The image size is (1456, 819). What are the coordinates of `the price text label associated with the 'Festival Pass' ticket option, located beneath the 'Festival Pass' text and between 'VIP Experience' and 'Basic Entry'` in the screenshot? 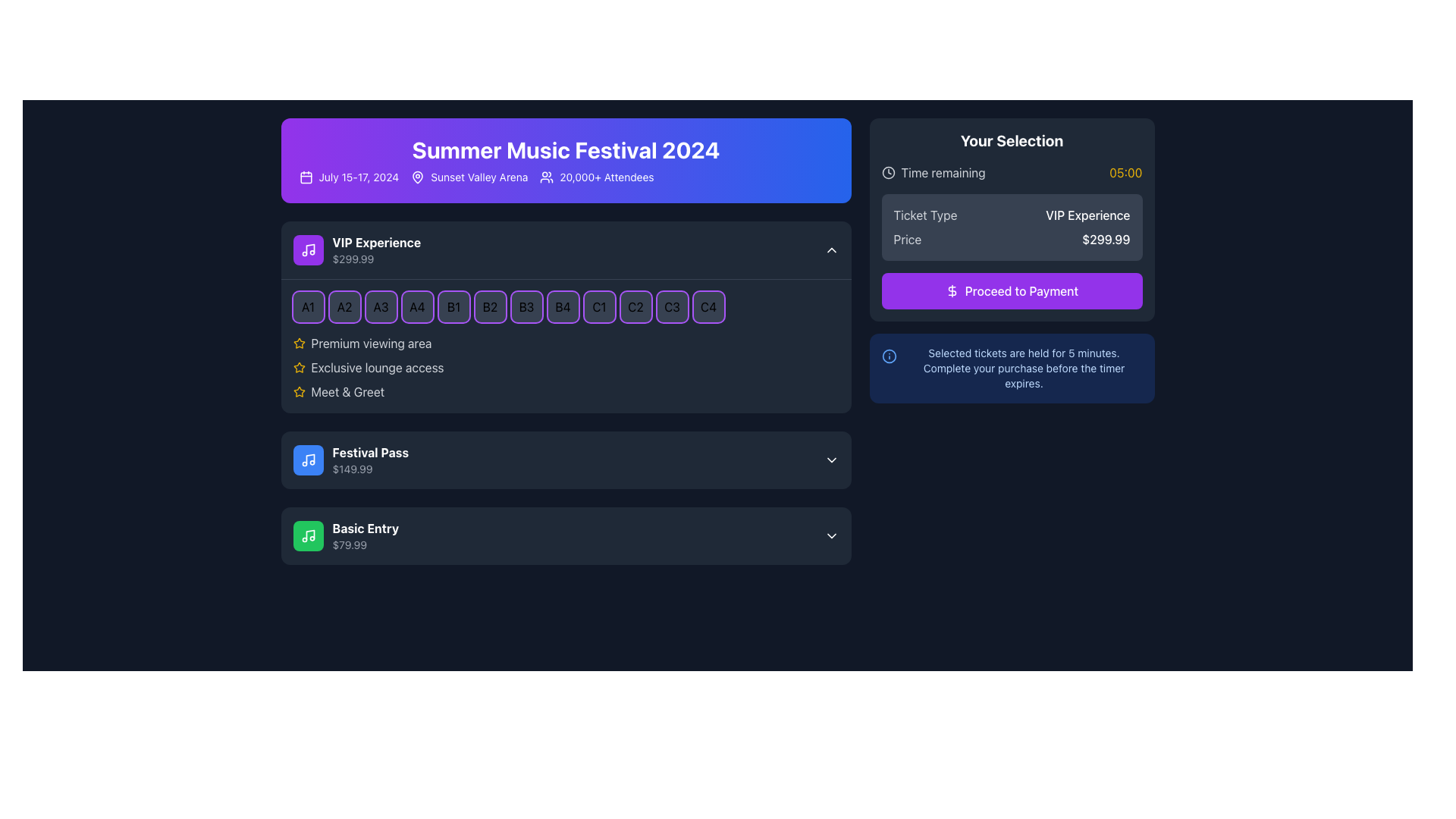 It's located at (370, 468).